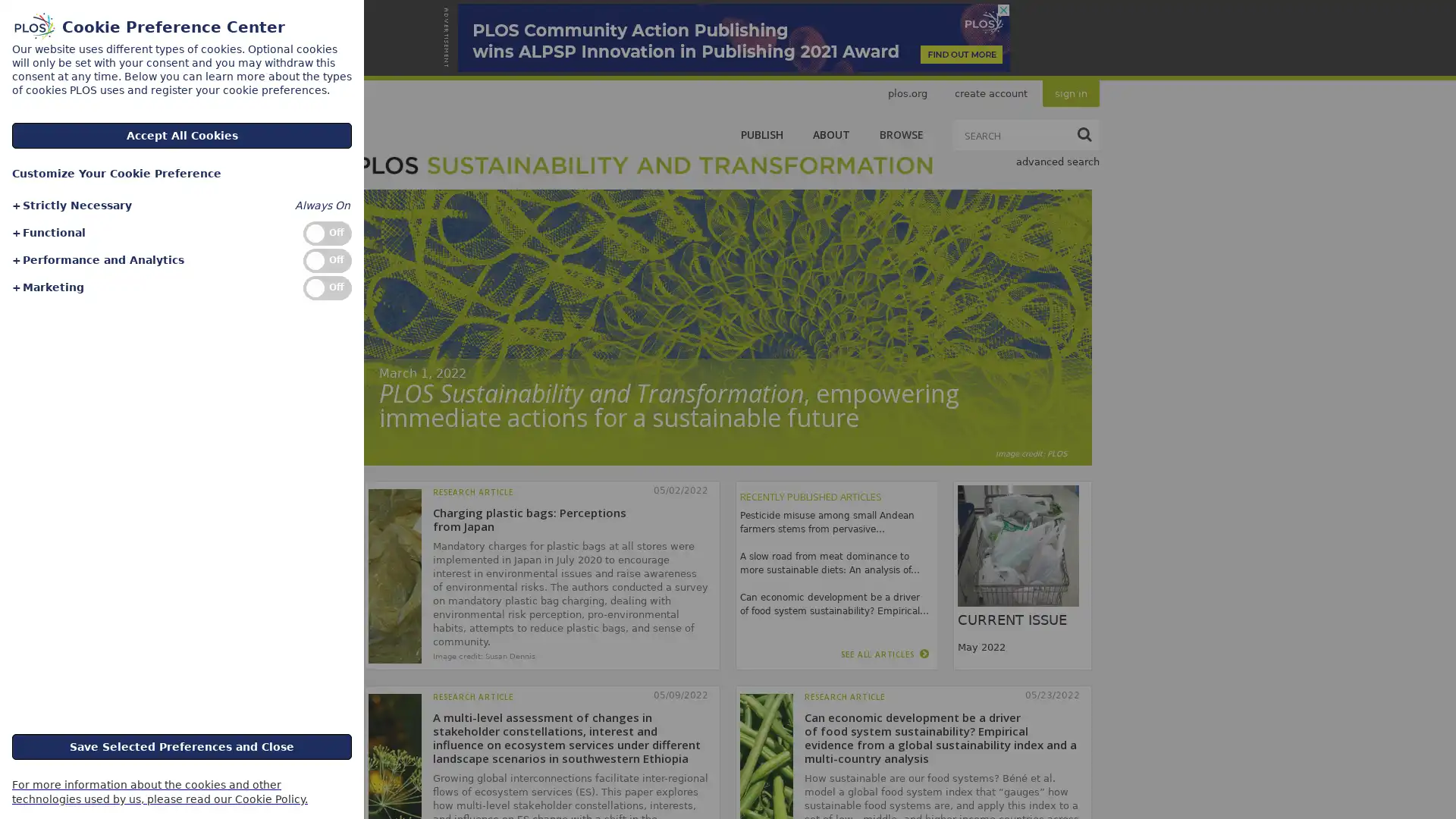 The width and height of the screenshot is (1456, 819). I want to click on Save Selected Preferences and Close, so click(182, 745).